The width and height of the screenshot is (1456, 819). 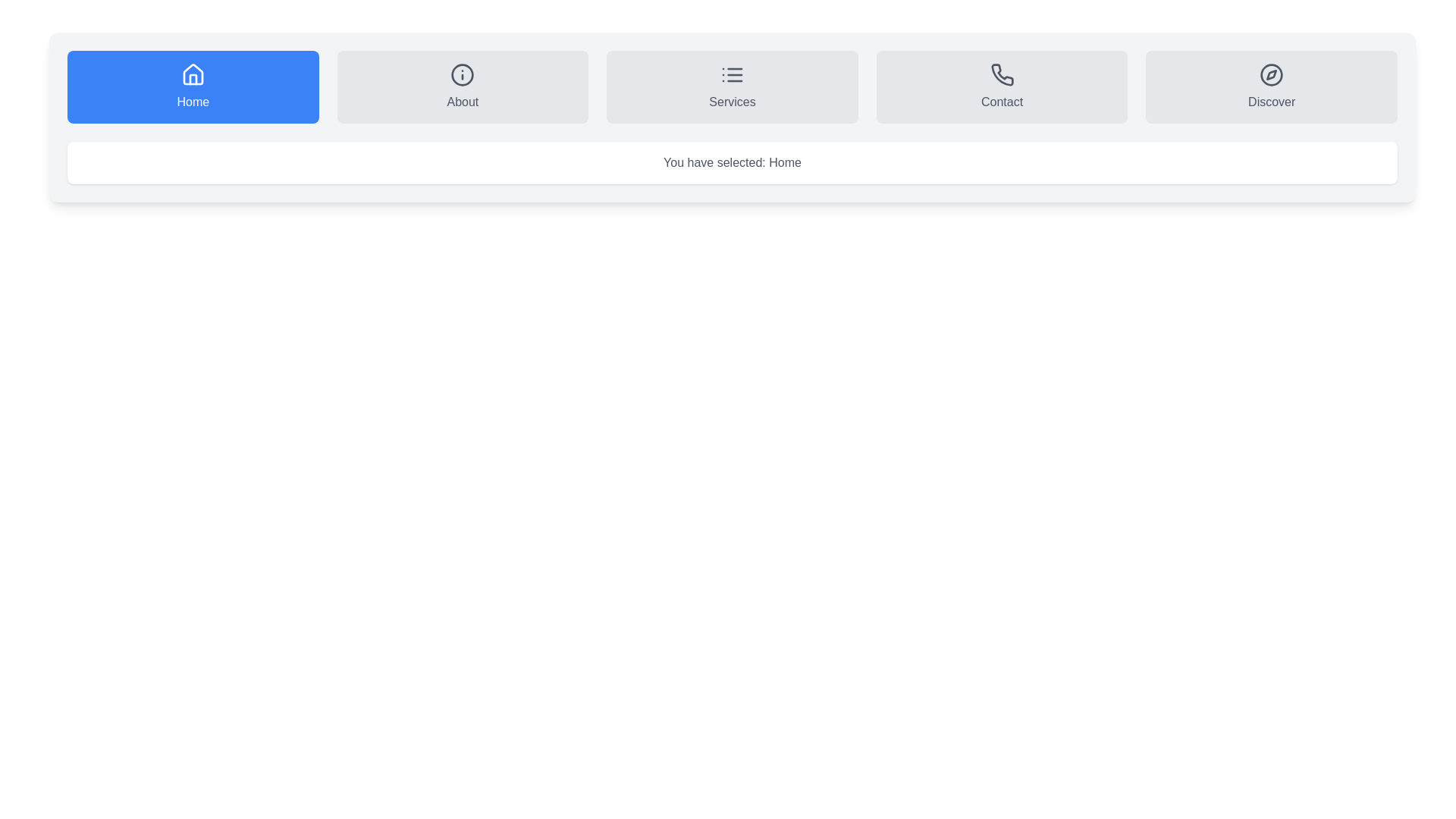 What do you see at coordinates (732, 102) in the screenshot?
I see `the 'Services' text label located in the third section of the horizontal navigation menu` at bounding box center [732, 102].